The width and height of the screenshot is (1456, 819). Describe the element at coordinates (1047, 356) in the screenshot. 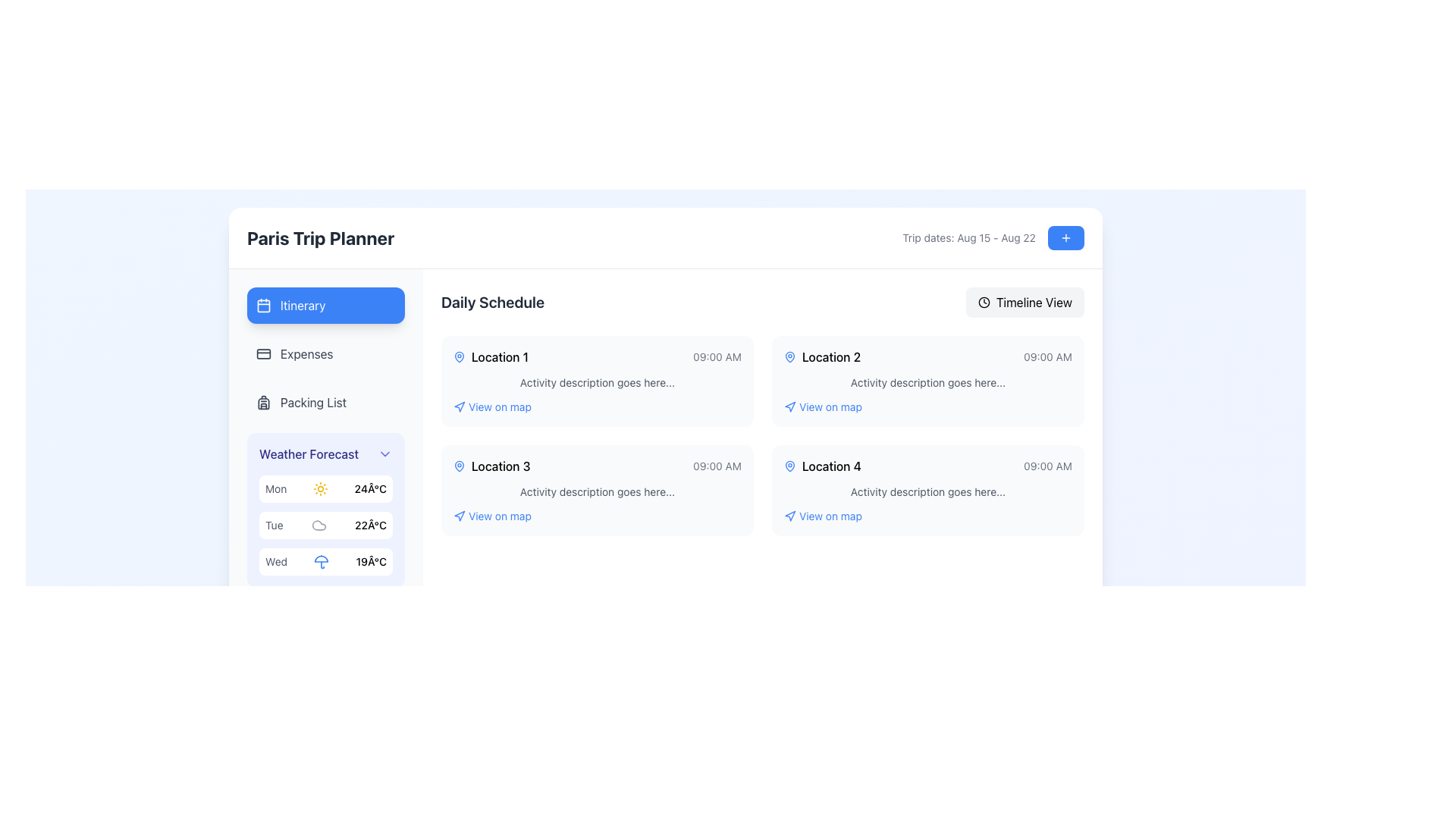

I see `the content of the text label displaying '09:00 AM' located in the rightmost column of the 'Location 2' entry in the daily schedule` at that location.